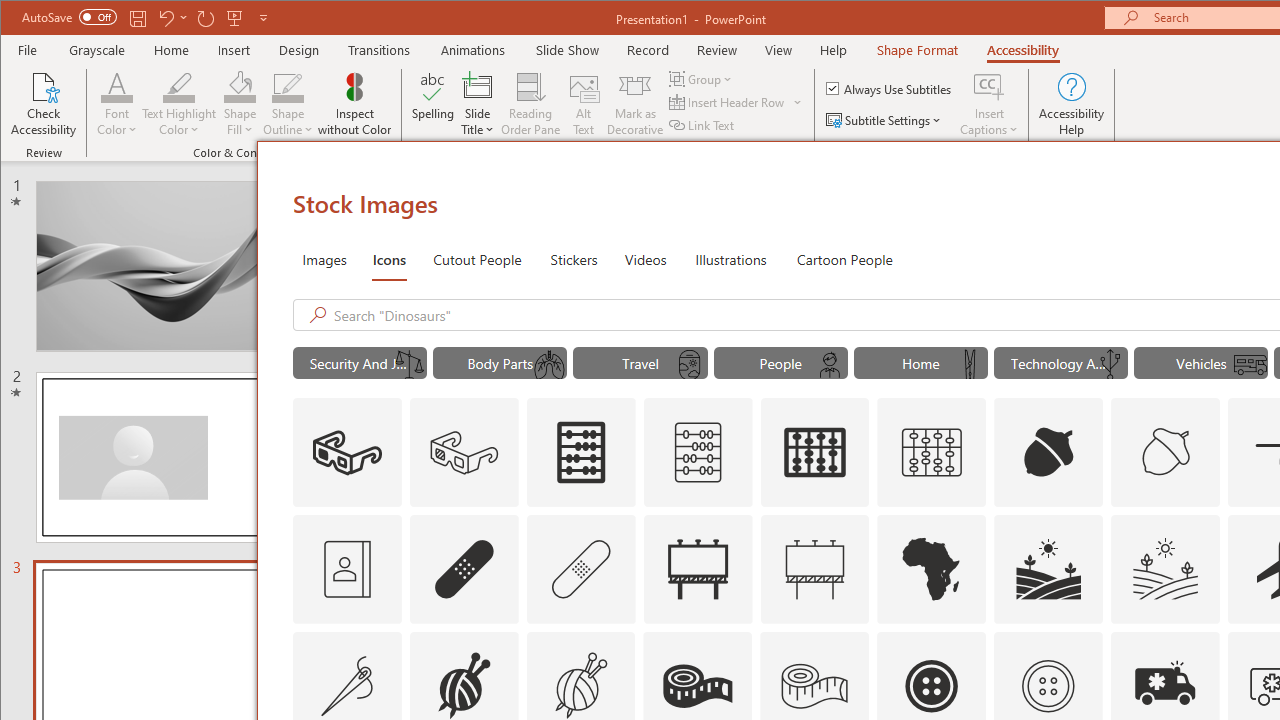 Image resolution: width=1280 pixels, height=720 pixels. Describe the element at coordinates (531, 104) in the screenshot. I see `'Reading Order Pane'` at that location.